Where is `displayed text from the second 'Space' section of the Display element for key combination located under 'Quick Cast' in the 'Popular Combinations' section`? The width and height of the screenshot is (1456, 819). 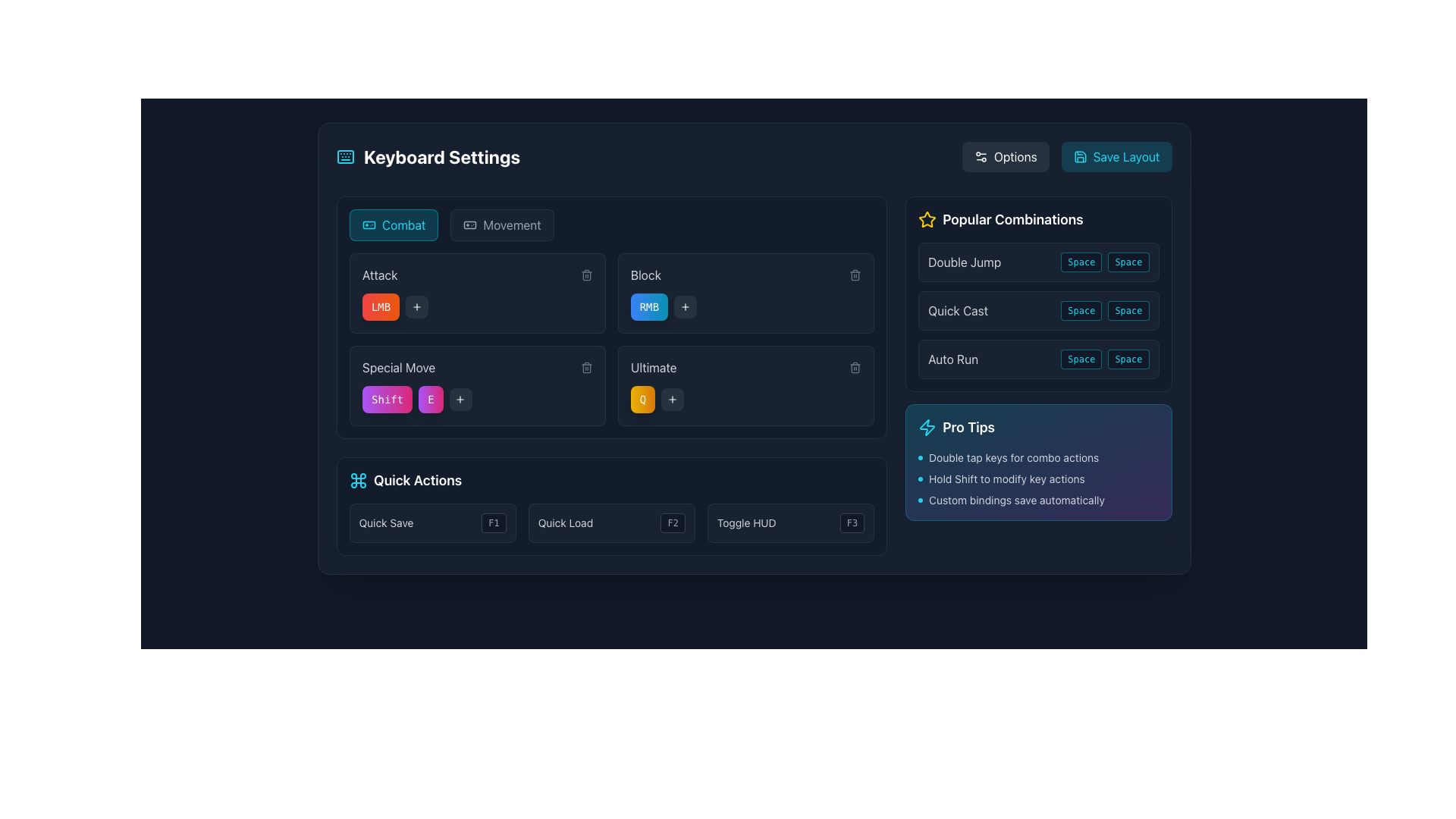 displayed text from the second 'Space' section of the Display element for key combination located under 'Quick Cast' in the 'Popular Combinations' section is located at coordinates (1105, 309).